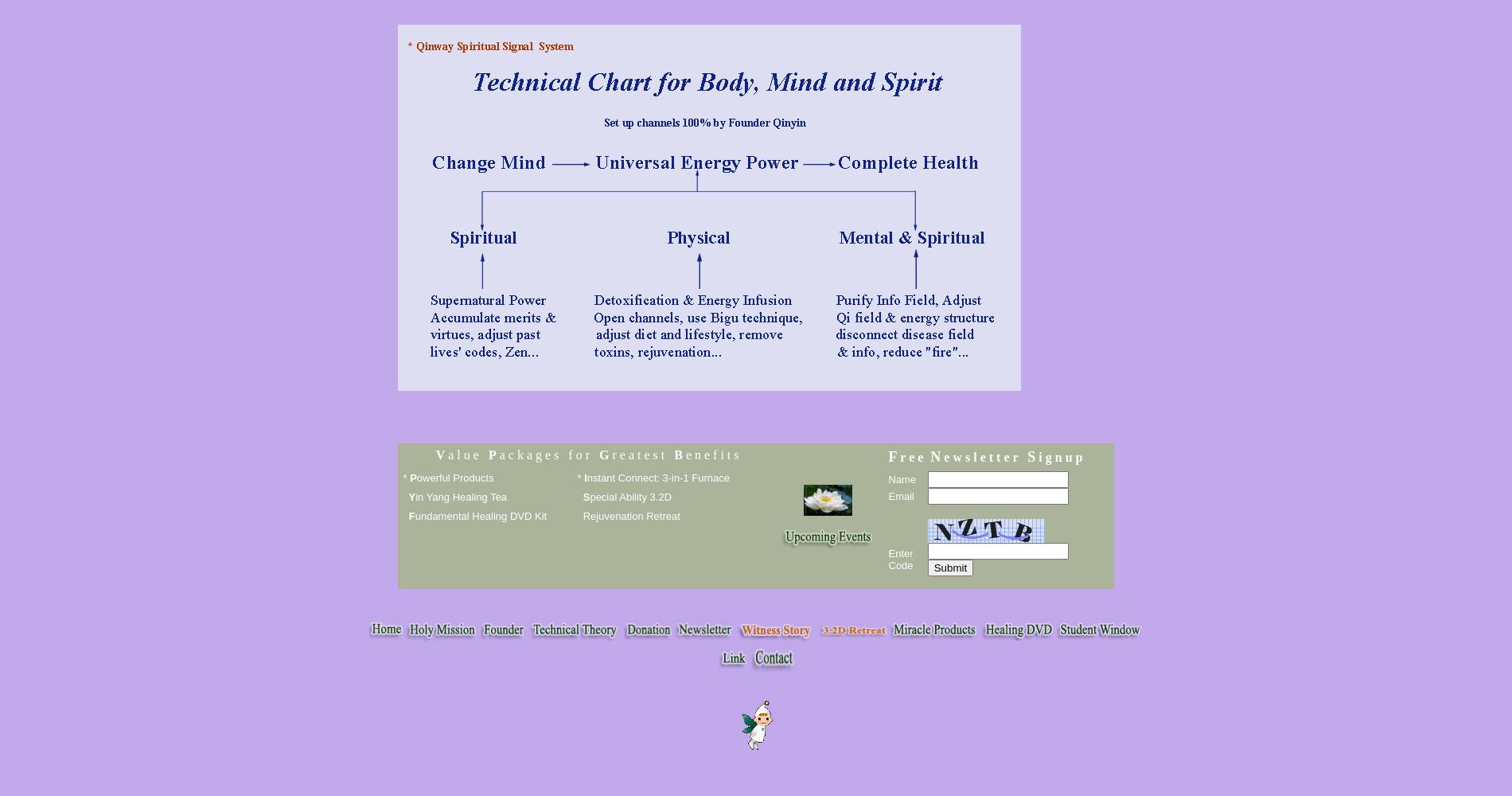 The image size is (1512, 796). Describe the element at coordinates (547, 453) in the screenshot. I see `'a c k a g e s   f 

                      o r'` at that location.